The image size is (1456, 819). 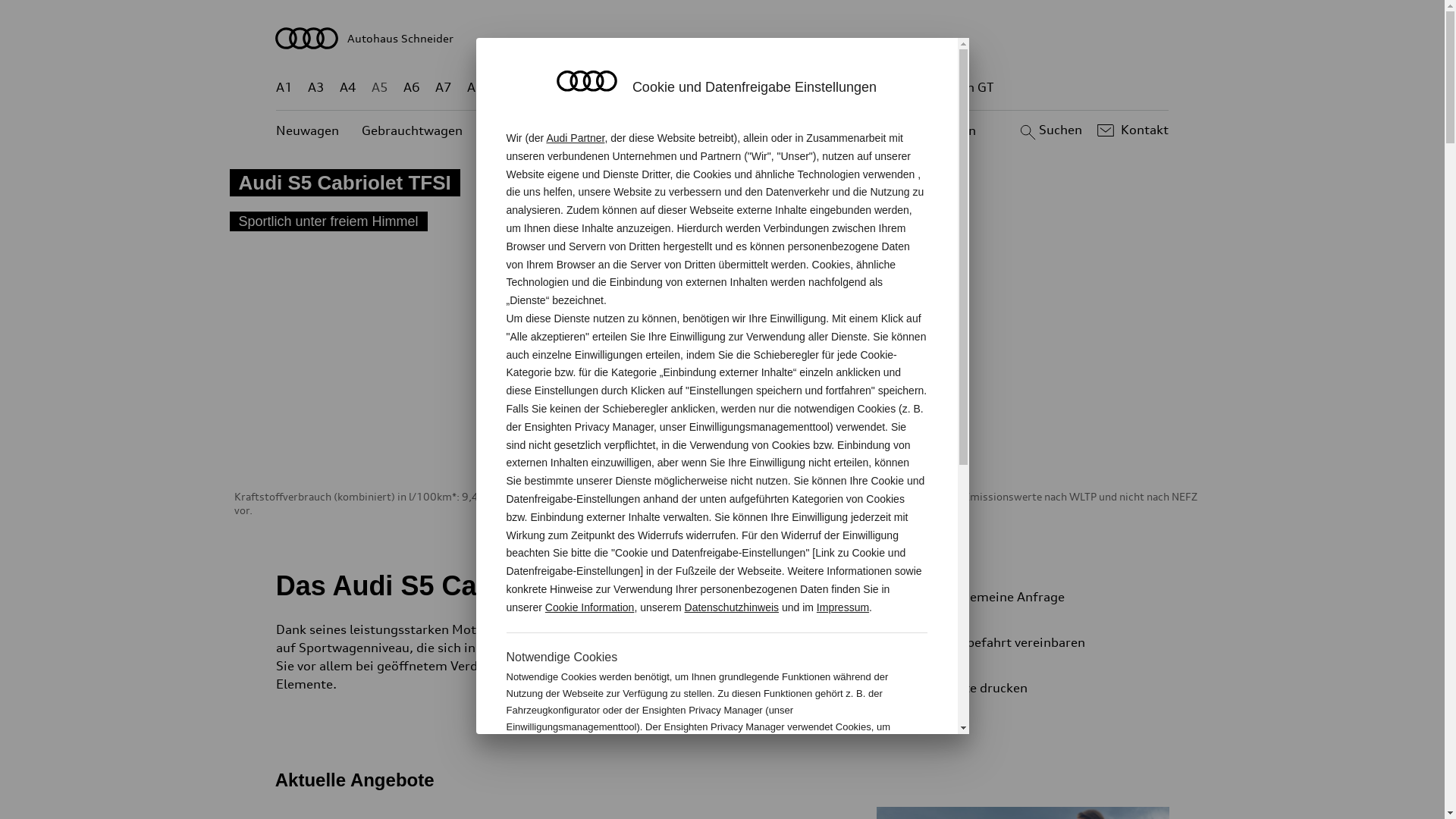 I want to click on 'A4', so click(x=347, y=87).